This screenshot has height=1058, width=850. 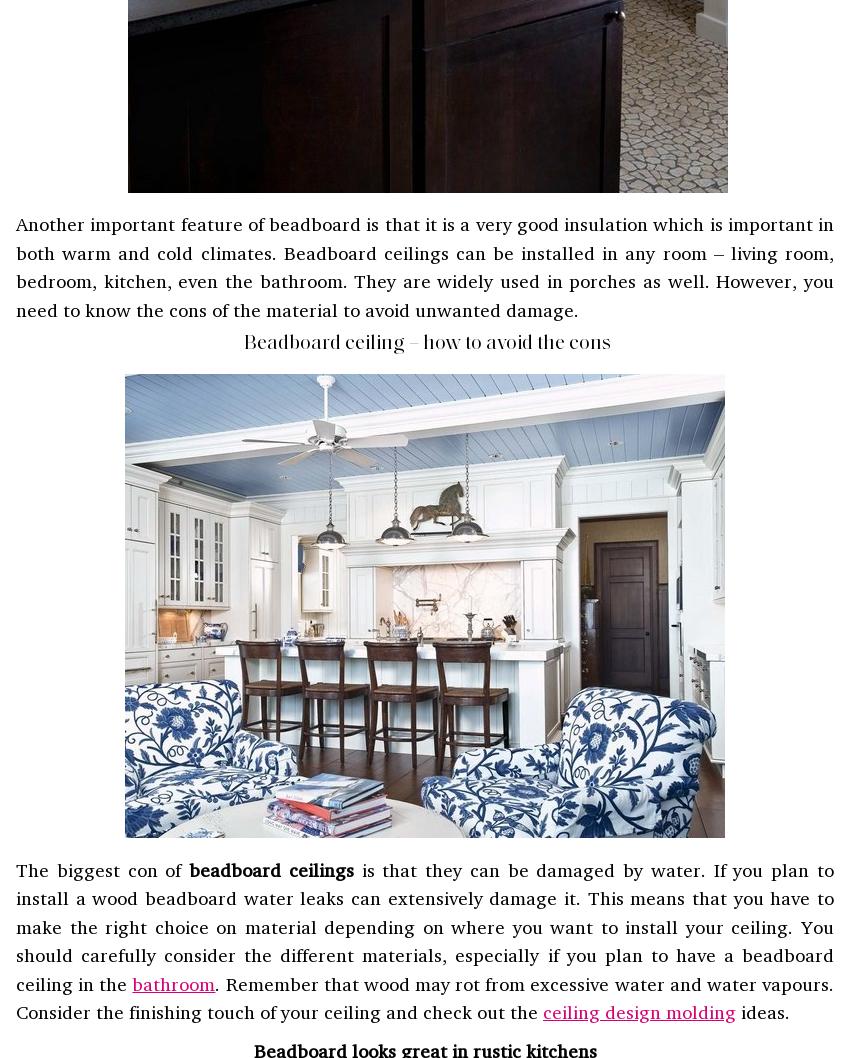 What do you see at coordinates (14, 868) in the screenshot?
I see `'The biggest con of'` at bounding box center [14, 868].